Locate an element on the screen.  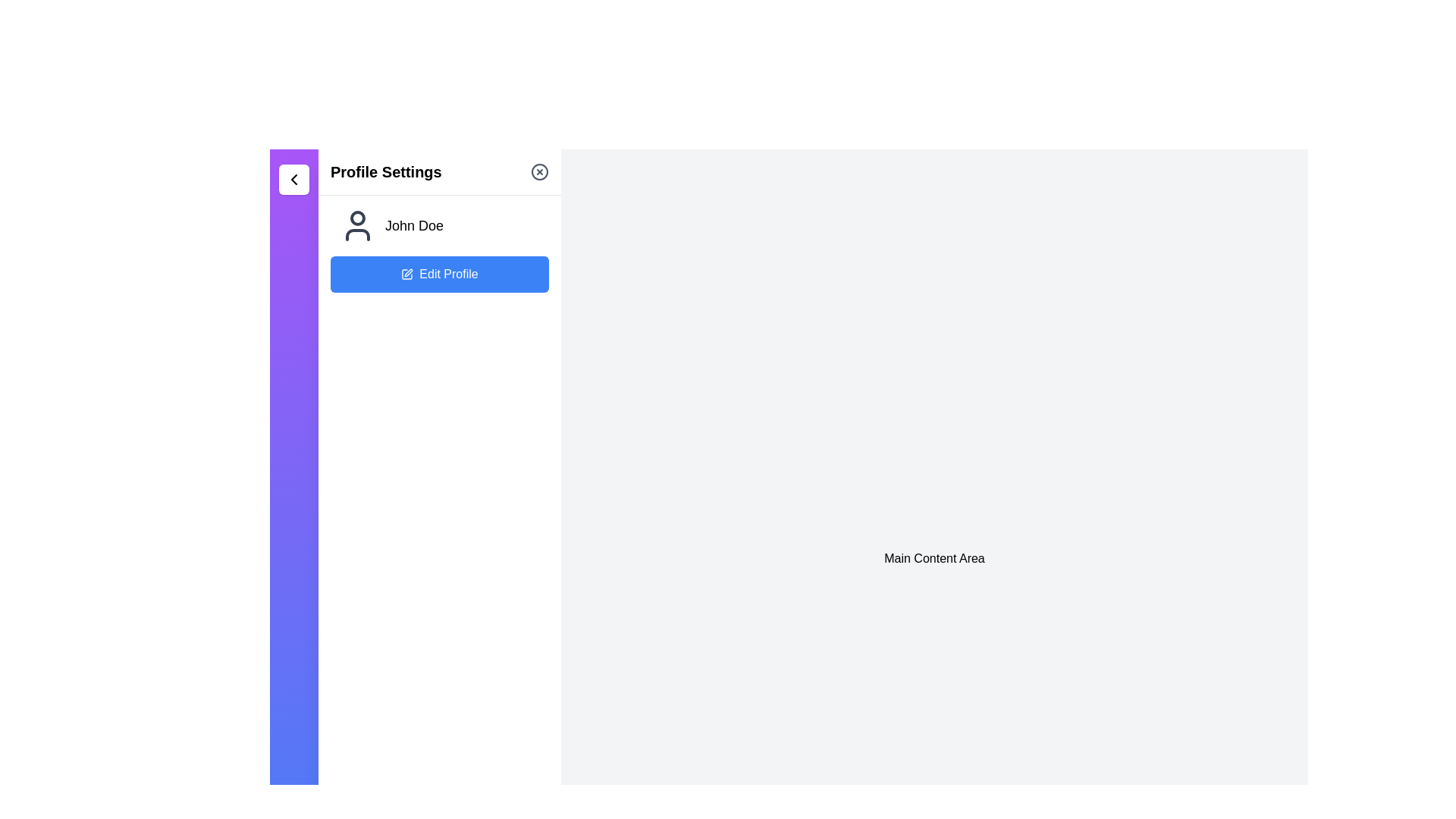
the circular user profile icon, which is gray in color, located below the 'Profile Settings' label and above the 'Edit Profile' button is located at coordinates (356, 225).